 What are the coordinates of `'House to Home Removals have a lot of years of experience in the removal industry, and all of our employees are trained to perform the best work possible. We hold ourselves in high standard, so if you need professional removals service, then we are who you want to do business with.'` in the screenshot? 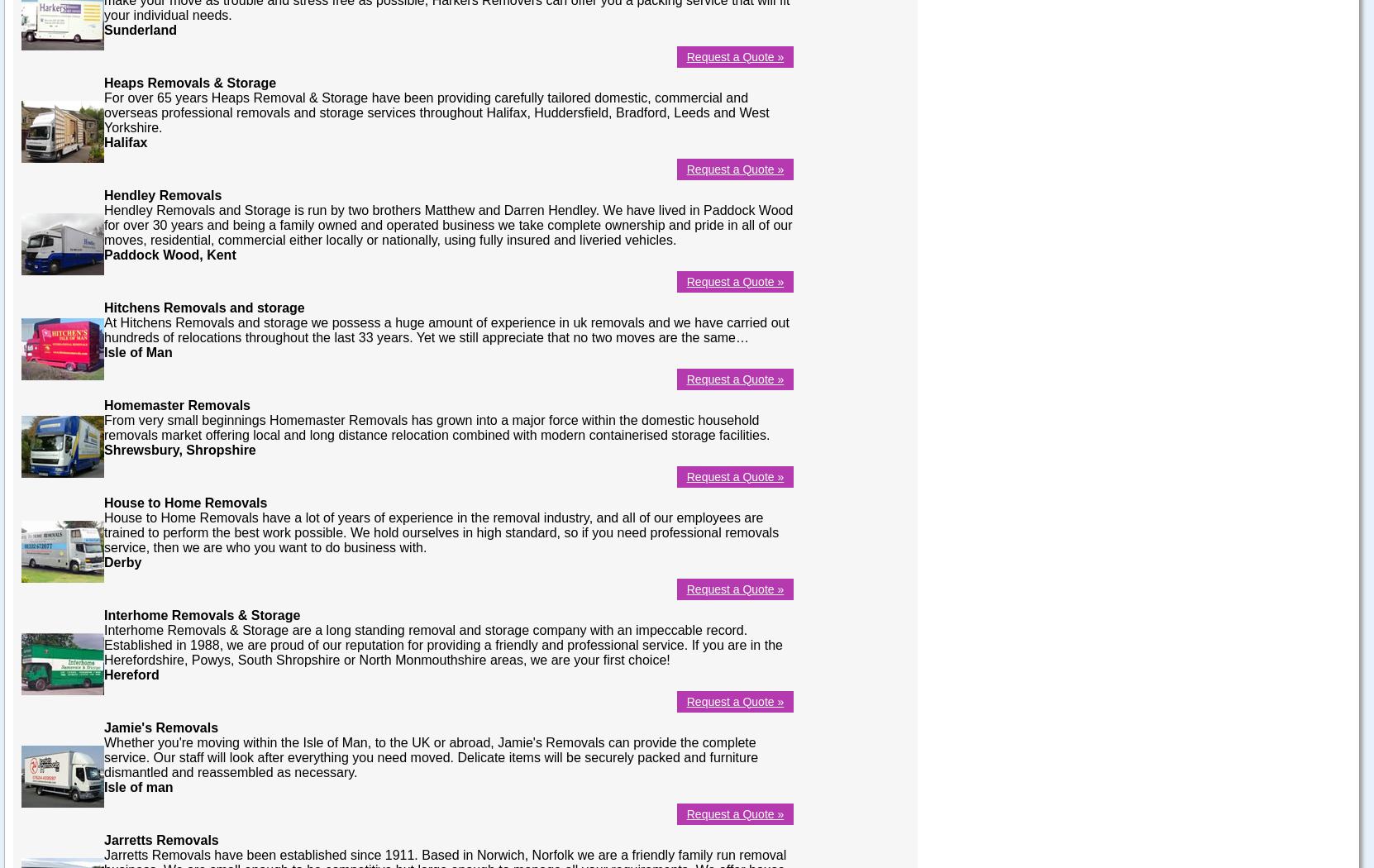 It's located at (441, 531).